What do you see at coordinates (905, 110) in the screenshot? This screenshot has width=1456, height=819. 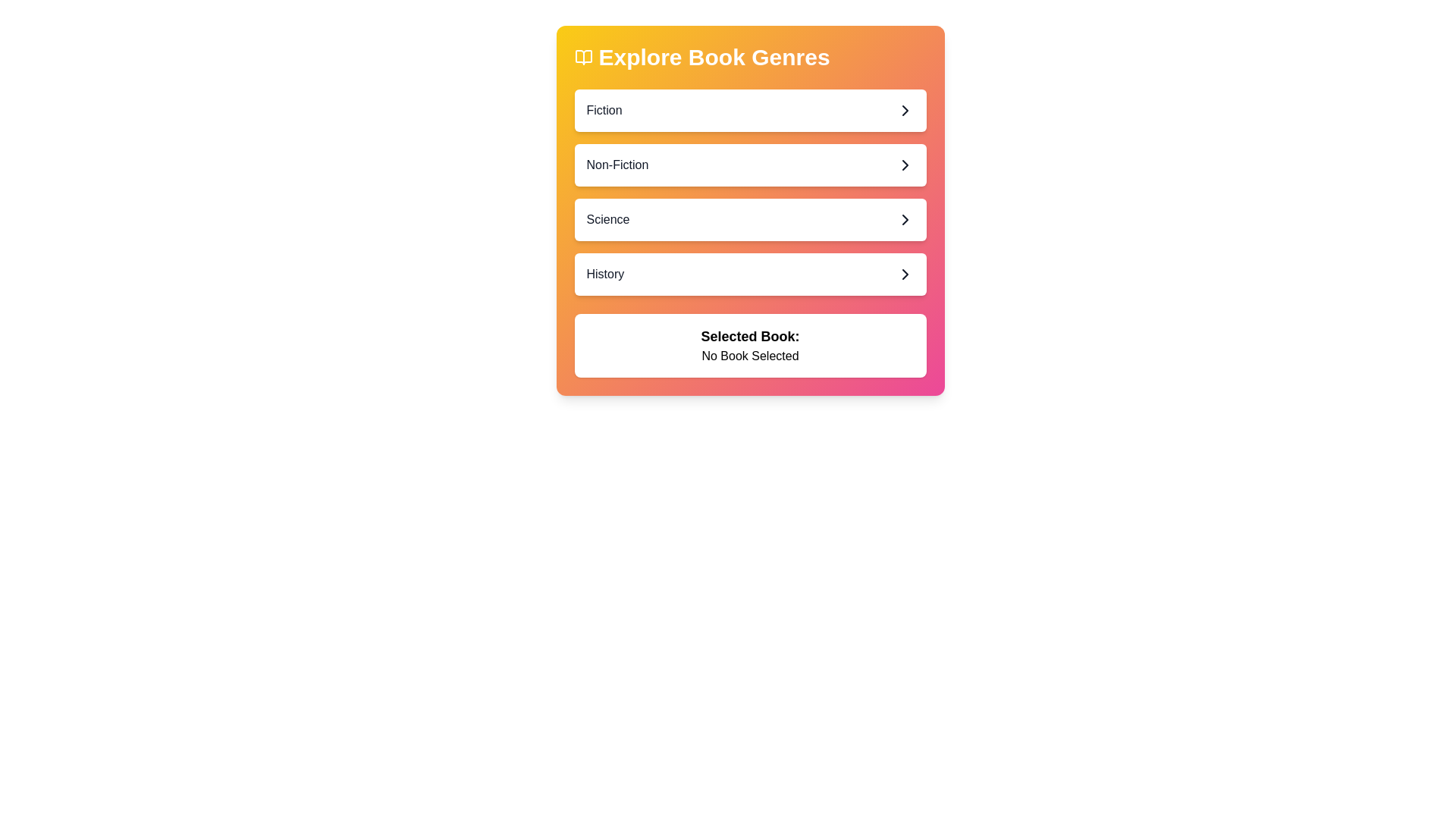 I see `the rightward-facing chevron icon indicating that the 'Fiction' option can lead to a subsequent page in the 'Explore Book Genres' section` at bounding box center [905, 110].